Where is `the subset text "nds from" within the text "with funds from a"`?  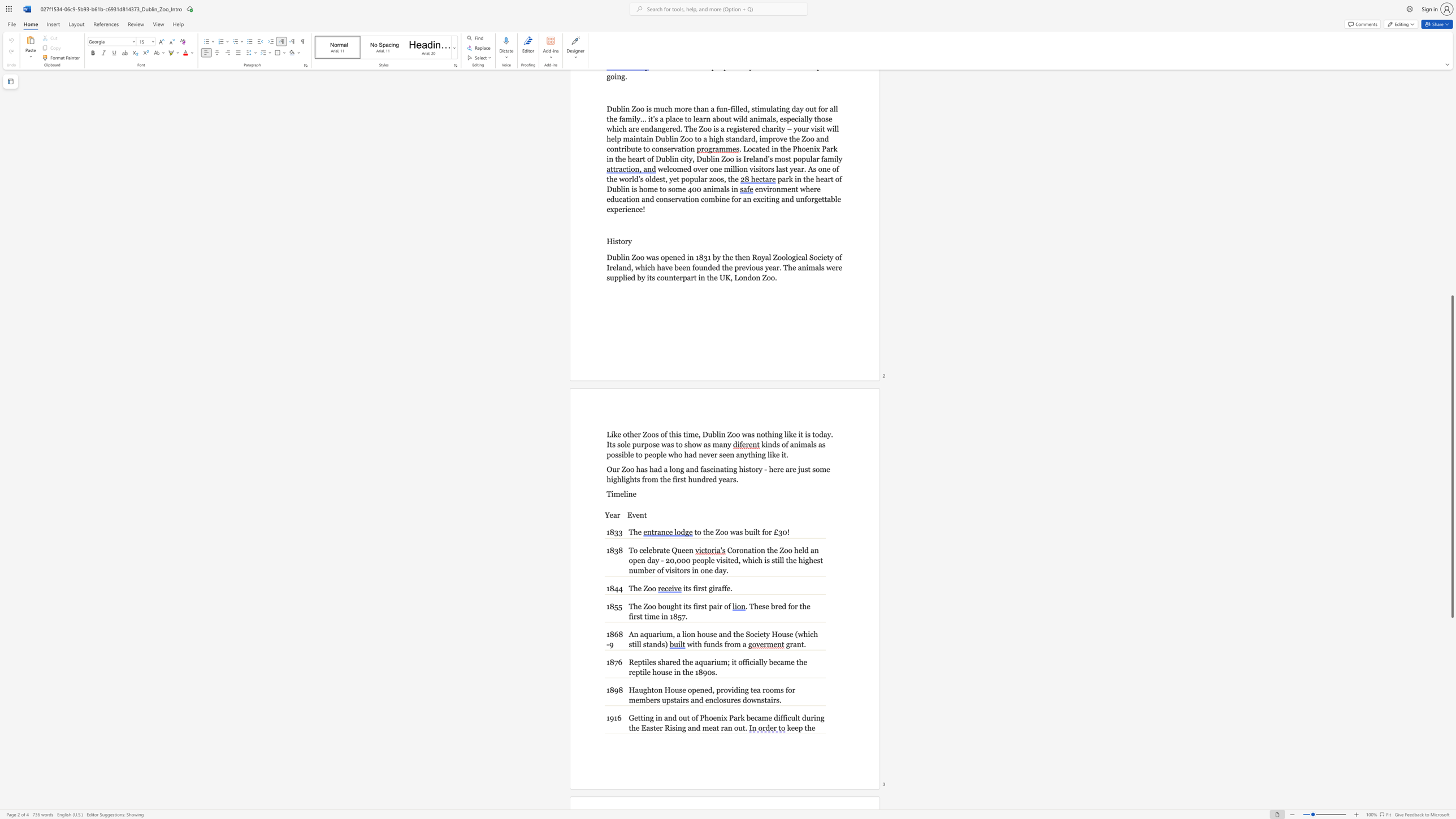
the subset text "nds from" within the text "with funds from a" is located at coordinates (710, 643).